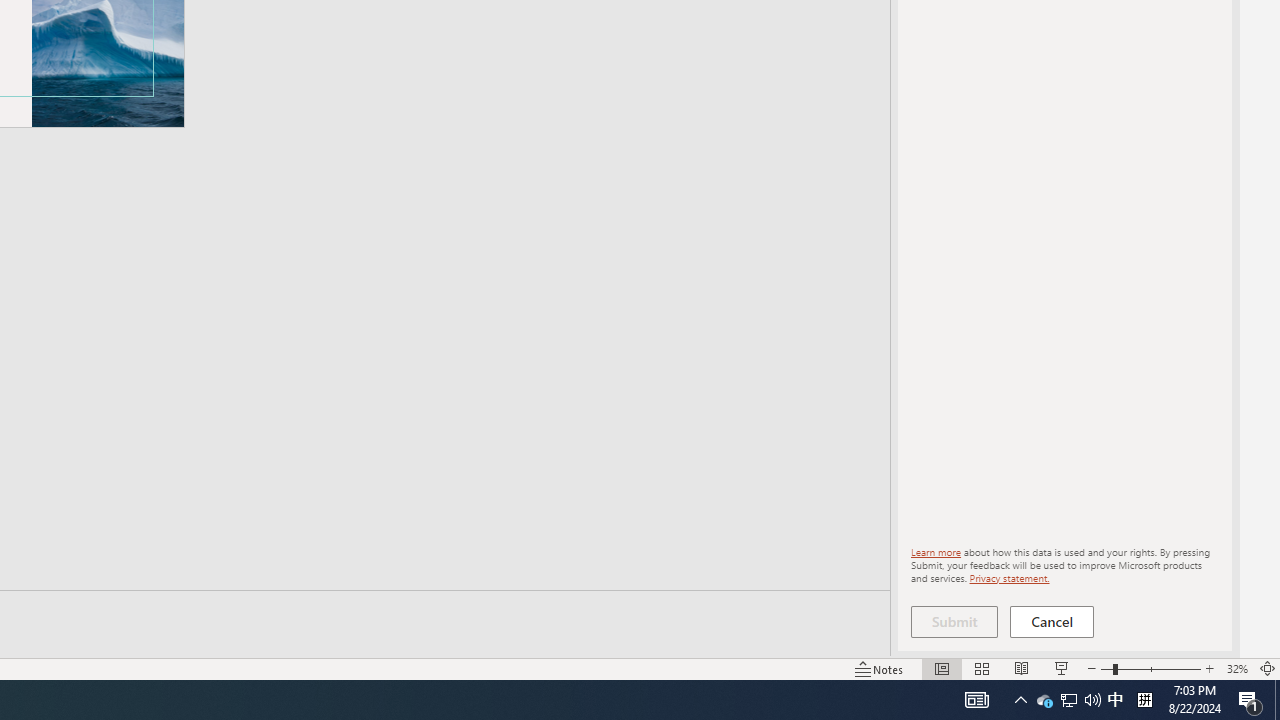 The width and height of the screenshot is (1280, 720). Describe the element at coordinates (1009, 577) in the screenshot. I see `'Privacy statement.'` at that location.